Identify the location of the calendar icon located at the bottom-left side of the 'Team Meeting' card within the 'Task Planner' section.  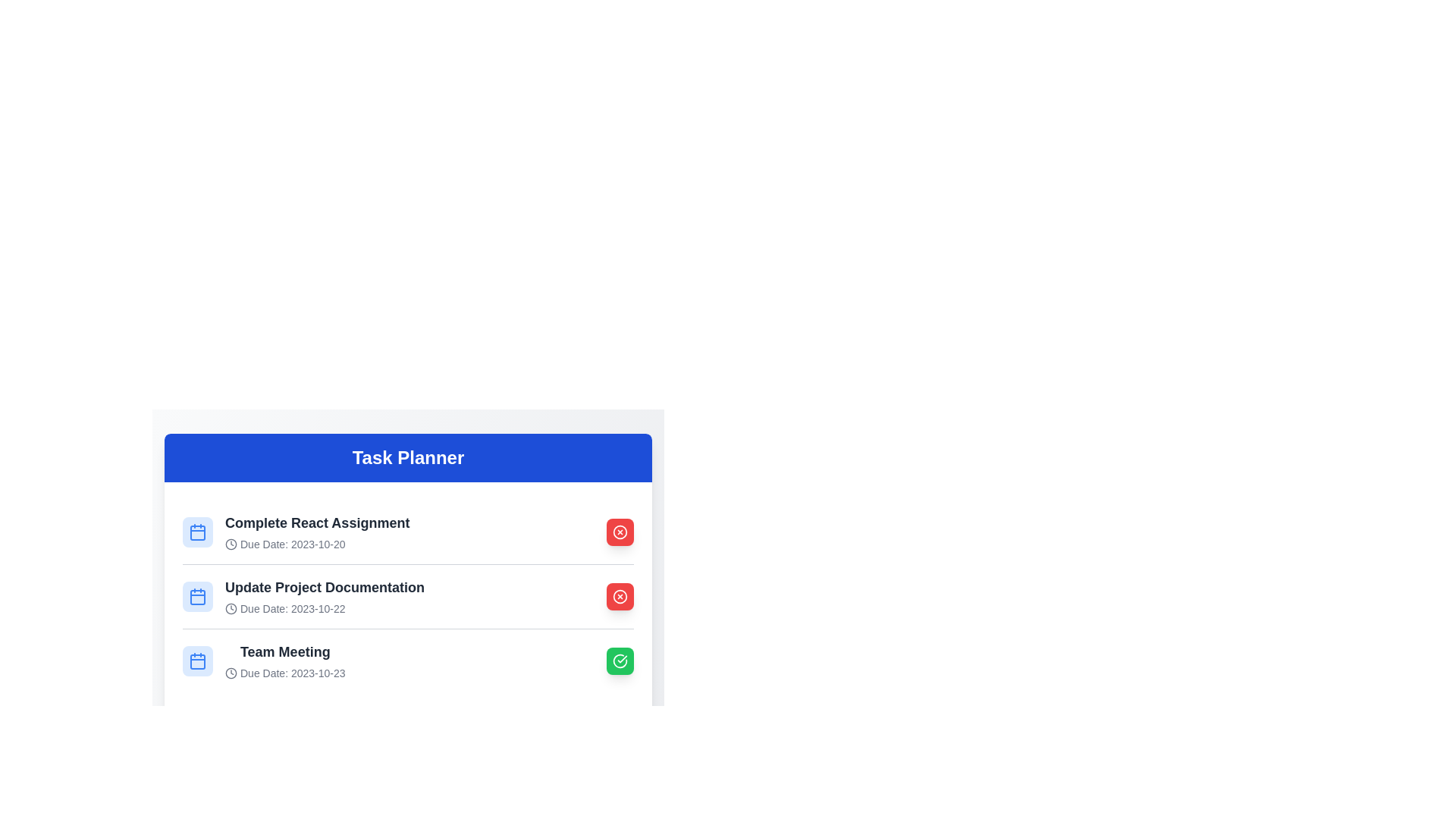
(196, 660).